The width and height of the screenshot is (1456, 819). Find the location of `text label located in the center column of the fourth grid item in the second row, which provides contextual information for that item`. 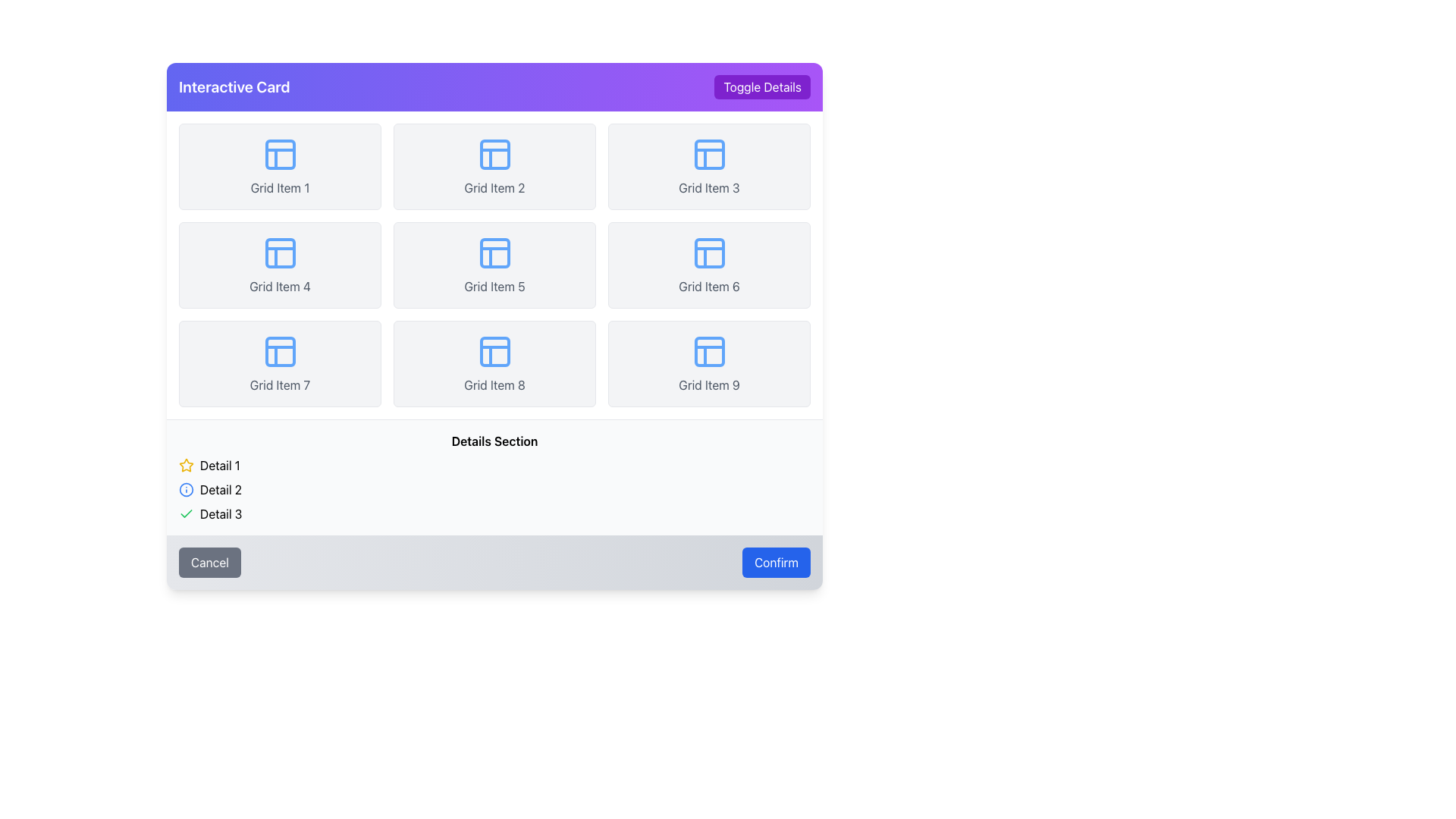

text label located in the center column of the fourth grid item in the second row, which provides contextual information for that item is located at coordinates (280, 287).